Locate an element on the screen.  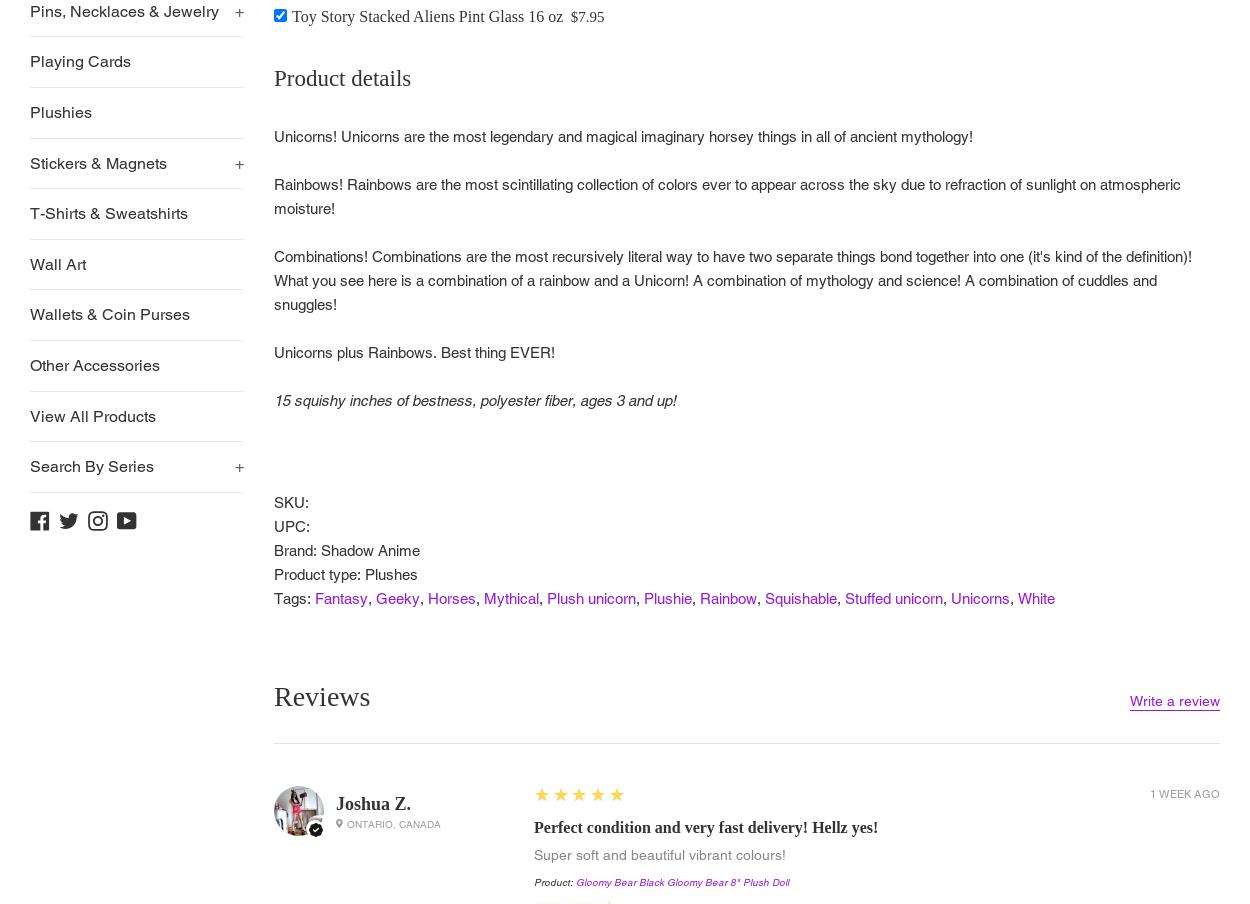
'Toy Story Stacked Aliens Pint Glass 16 oz' is located at coordinates (427, 14).